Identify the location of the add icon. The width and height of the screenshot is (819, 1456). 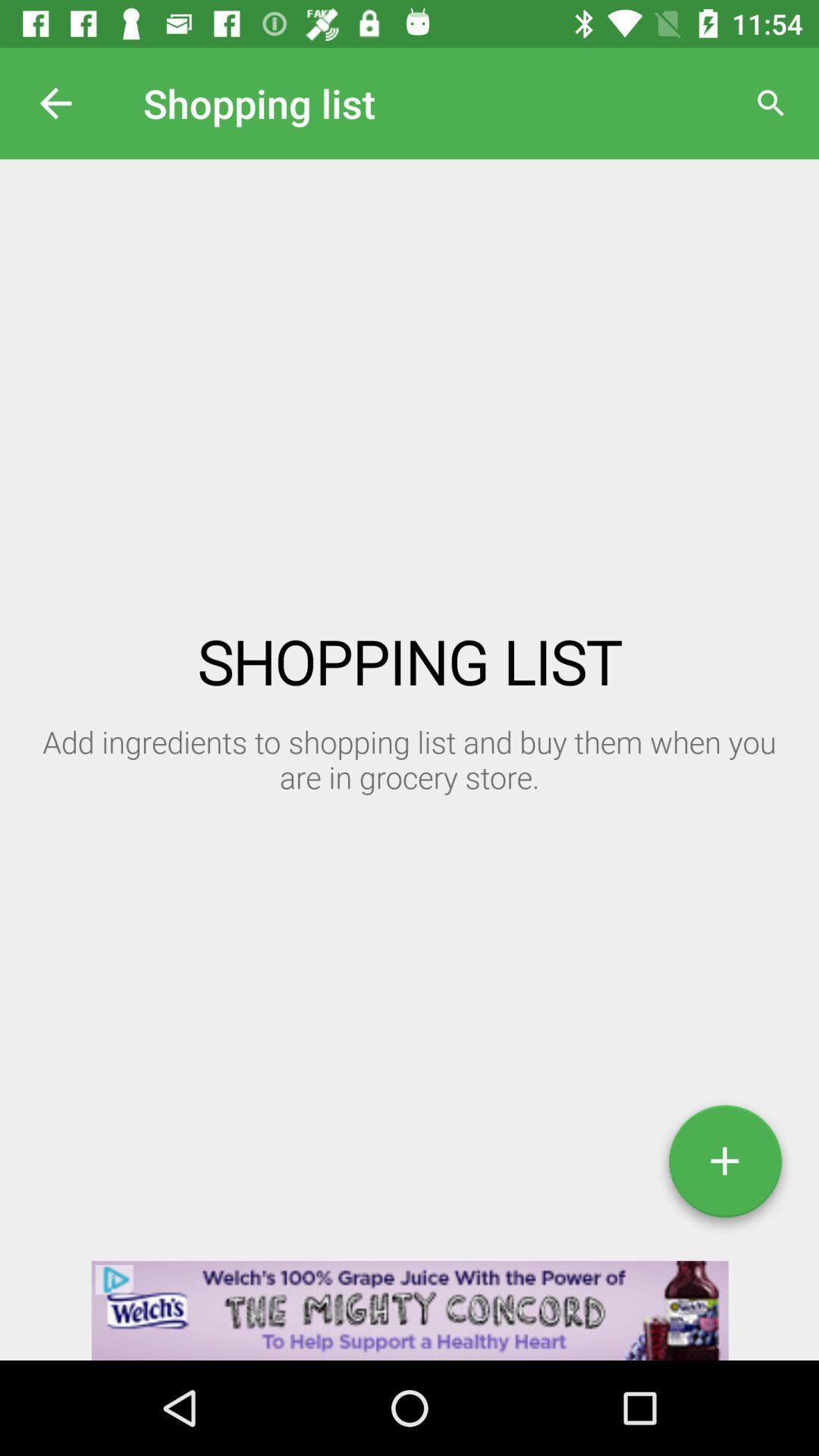
(724, 1166).